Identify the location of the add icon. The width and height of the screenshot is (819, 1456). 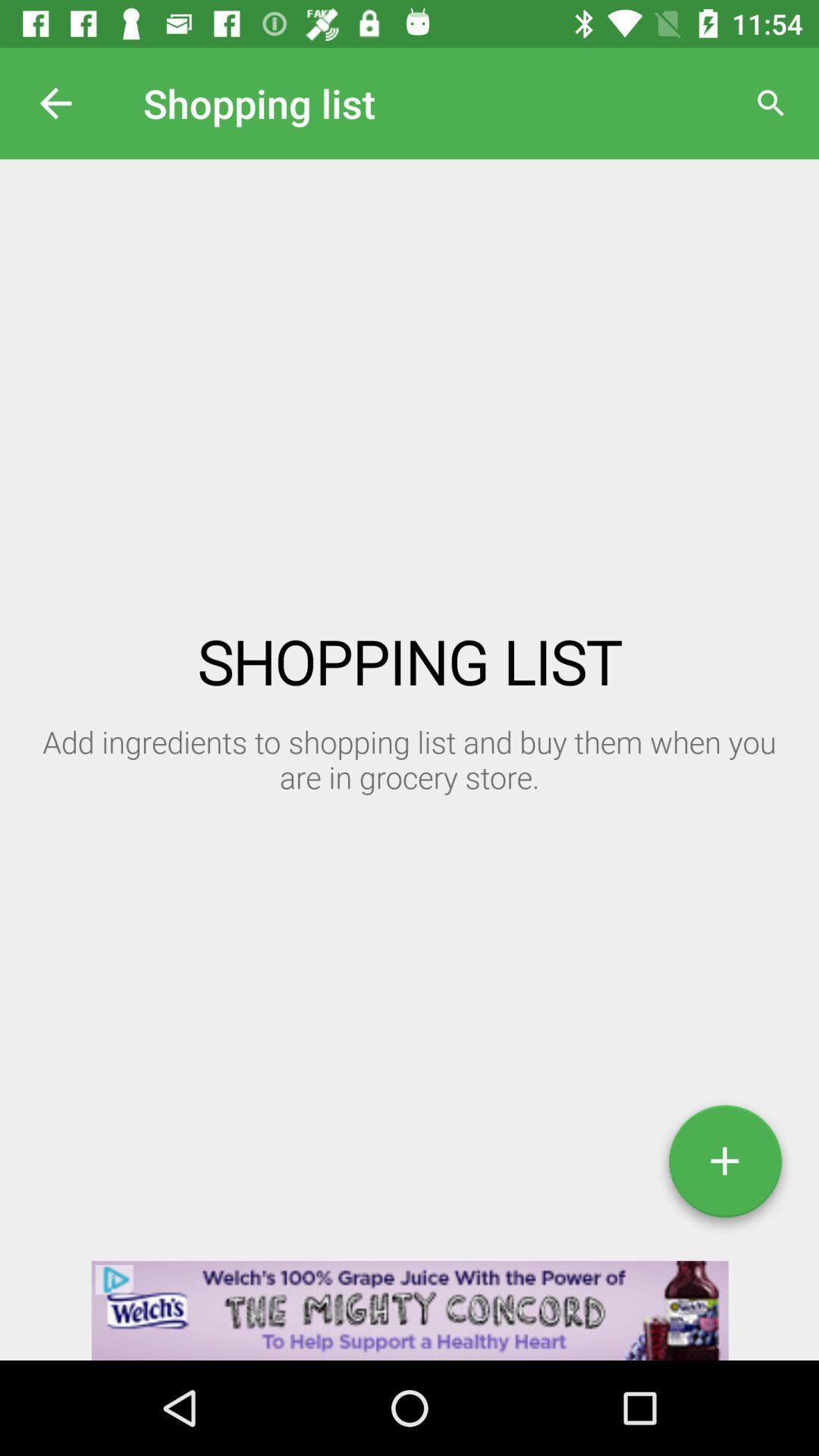
(724, 1166).